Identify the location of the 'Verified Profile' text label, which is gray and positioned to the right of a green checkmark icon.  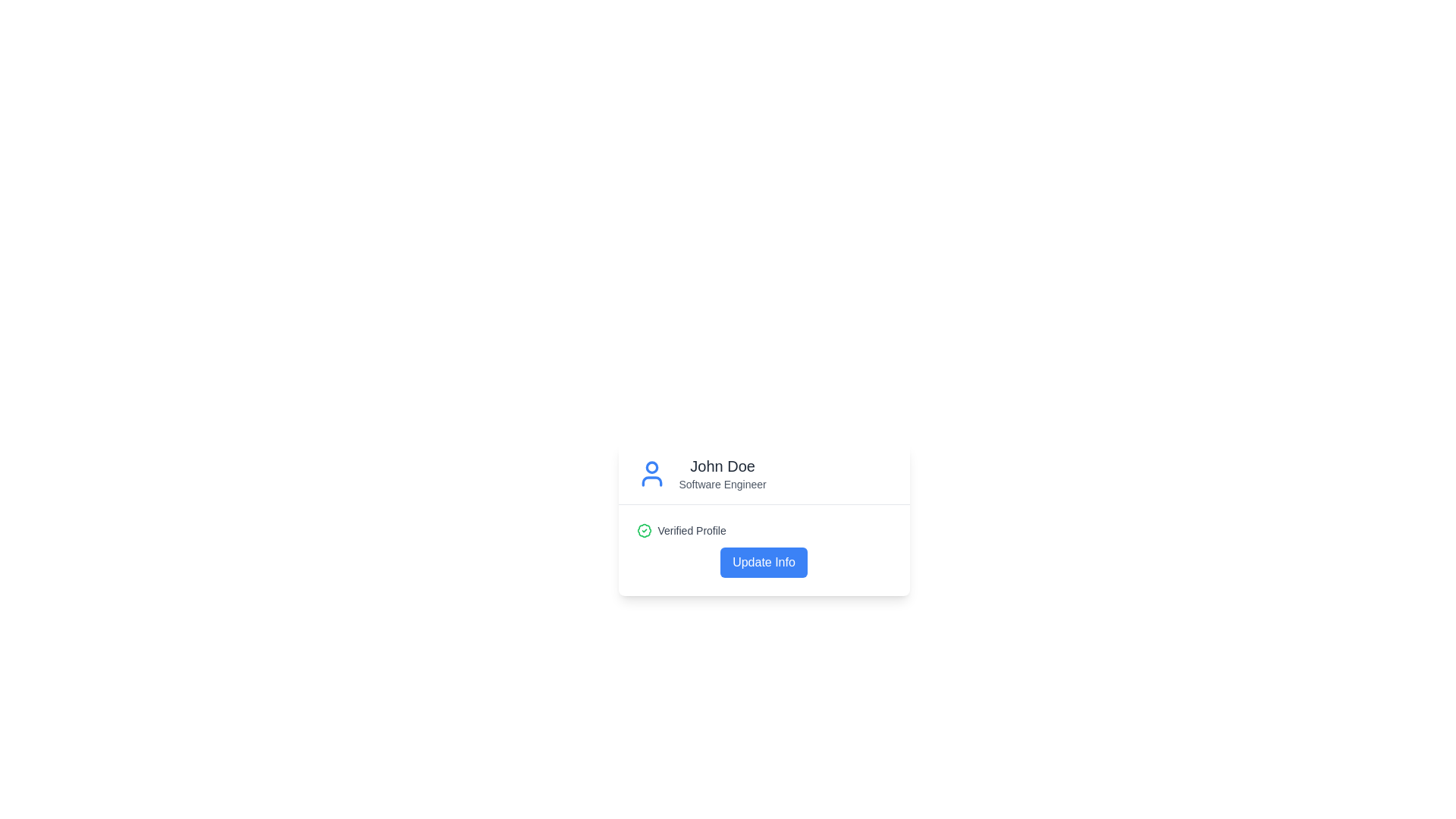
(691, 529).